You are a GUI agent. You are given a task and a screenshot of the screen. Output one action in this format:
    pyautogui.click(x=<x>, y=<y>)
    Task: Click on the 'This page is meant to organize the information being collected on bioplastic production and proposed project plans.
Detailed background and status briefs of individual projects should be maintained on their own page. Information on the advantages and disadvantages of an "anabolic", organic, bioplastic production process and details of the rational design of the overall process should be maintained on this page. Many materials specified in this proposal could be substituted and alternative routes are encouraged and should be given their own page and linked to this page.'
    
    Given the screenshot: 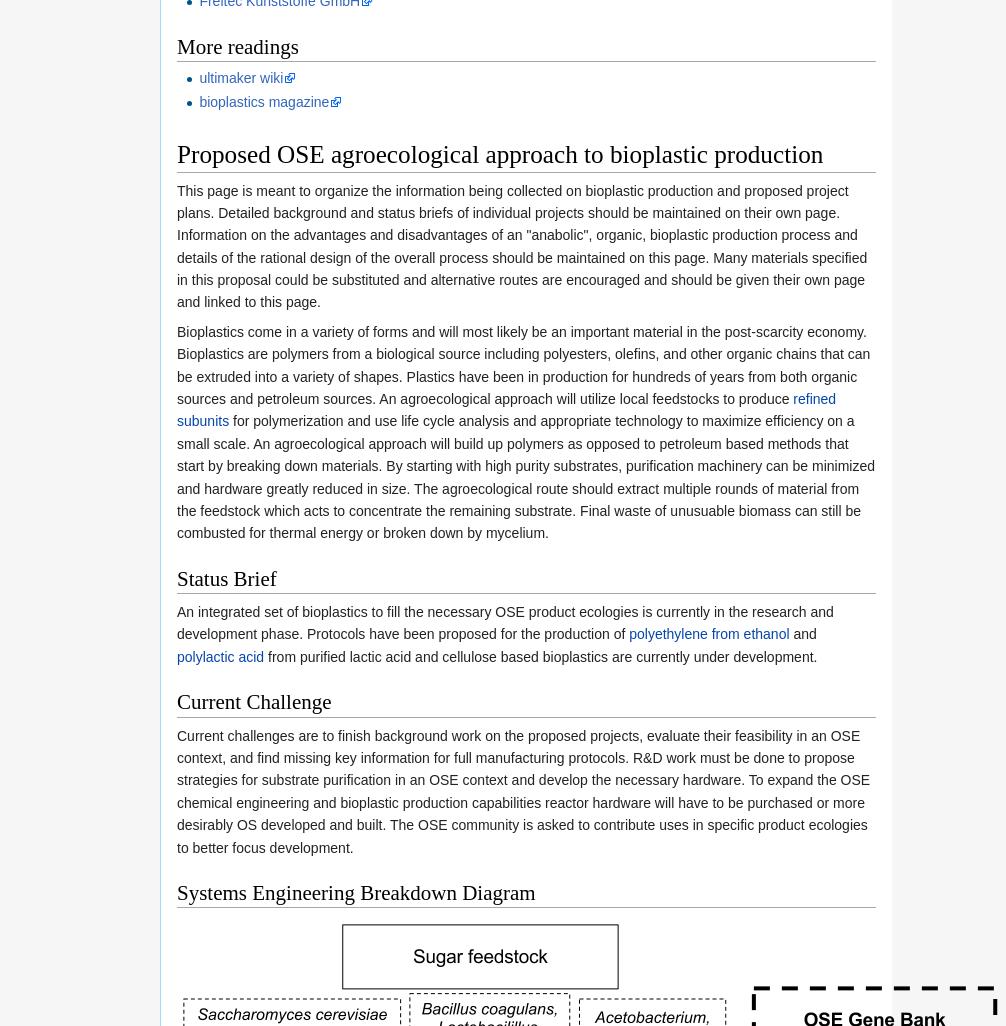 What is the action you would take?
    pyautogui.click(x=522, y=246)
    